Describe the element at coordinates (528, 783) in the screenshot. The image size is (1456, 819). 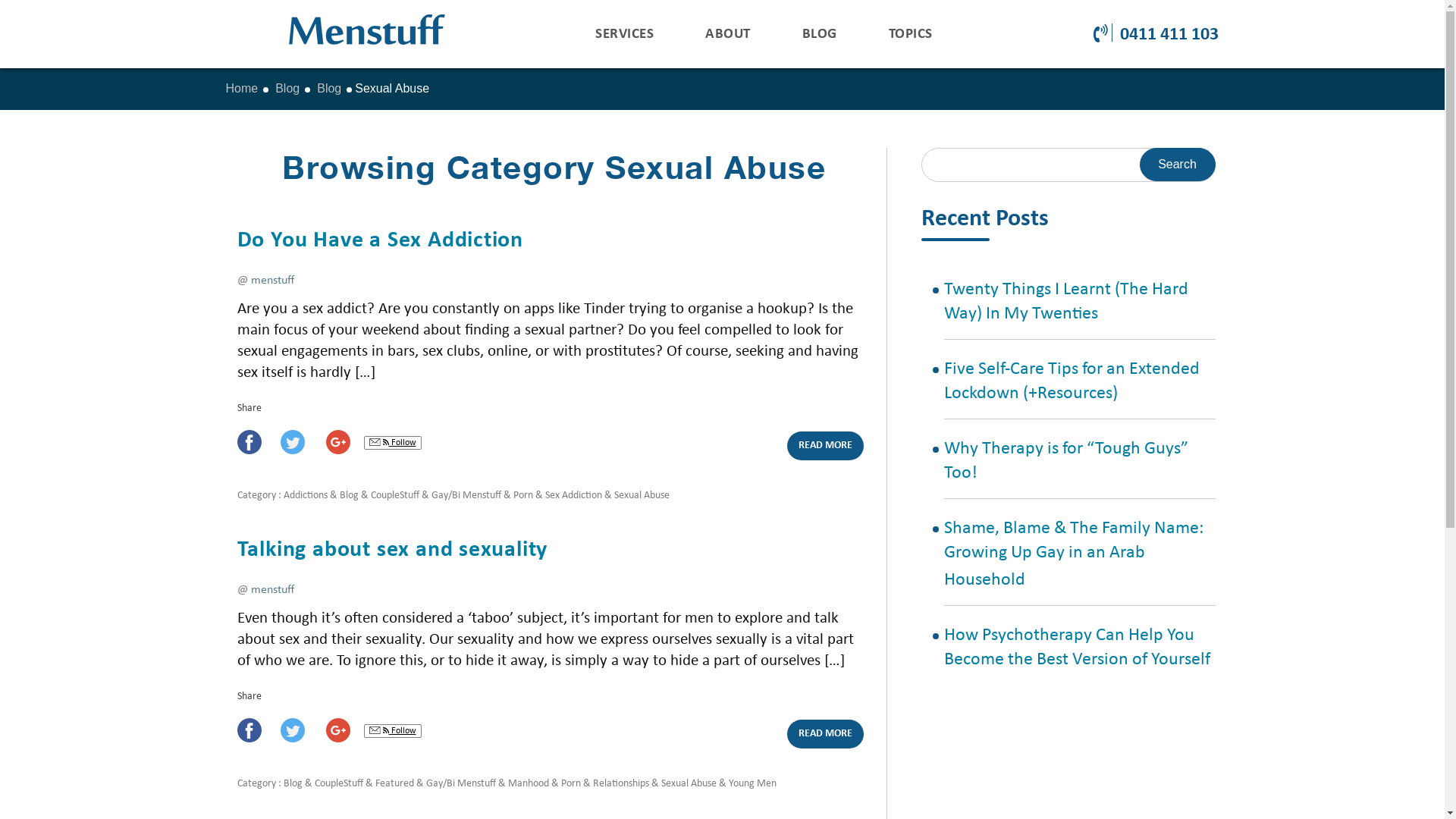
I see `'Manhood'` at that location.